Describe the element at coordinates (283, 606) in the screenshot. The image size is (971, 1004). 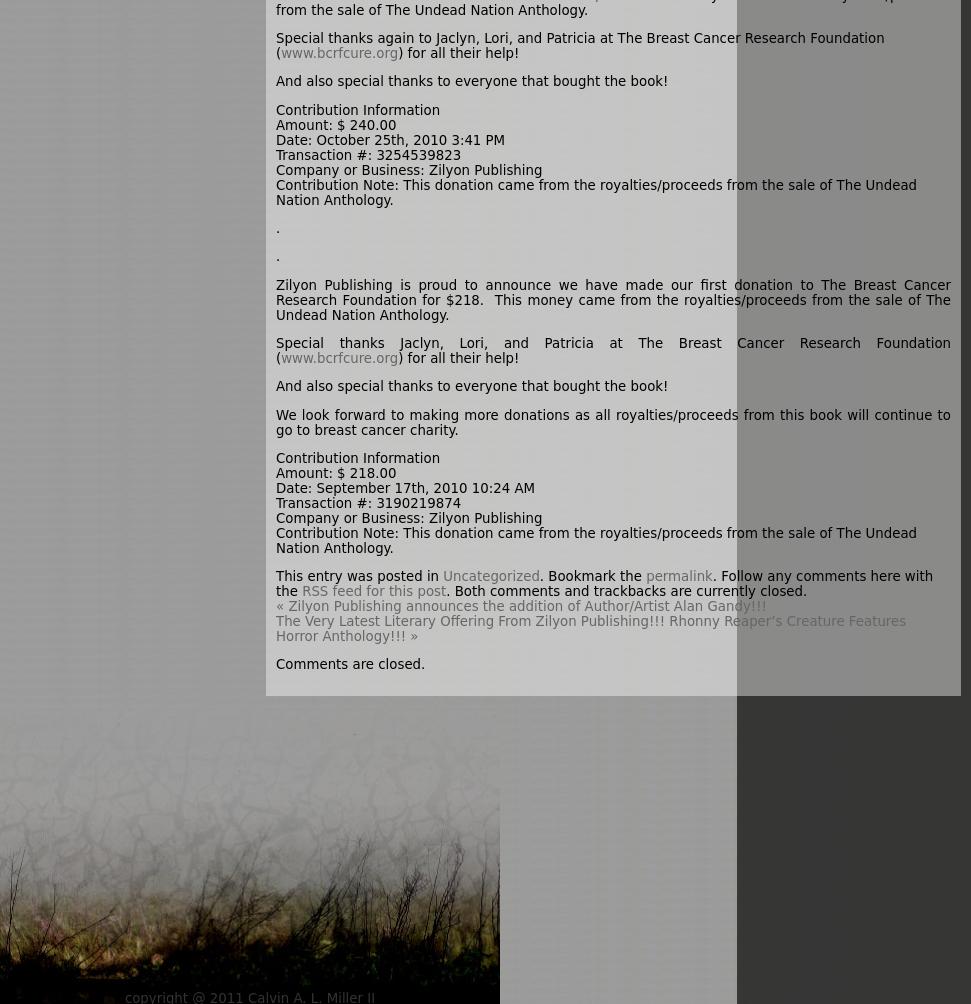
I see `'Zilyon Publishing announces the addition of Author/Artist Alan Gandy!!!'` at that location.